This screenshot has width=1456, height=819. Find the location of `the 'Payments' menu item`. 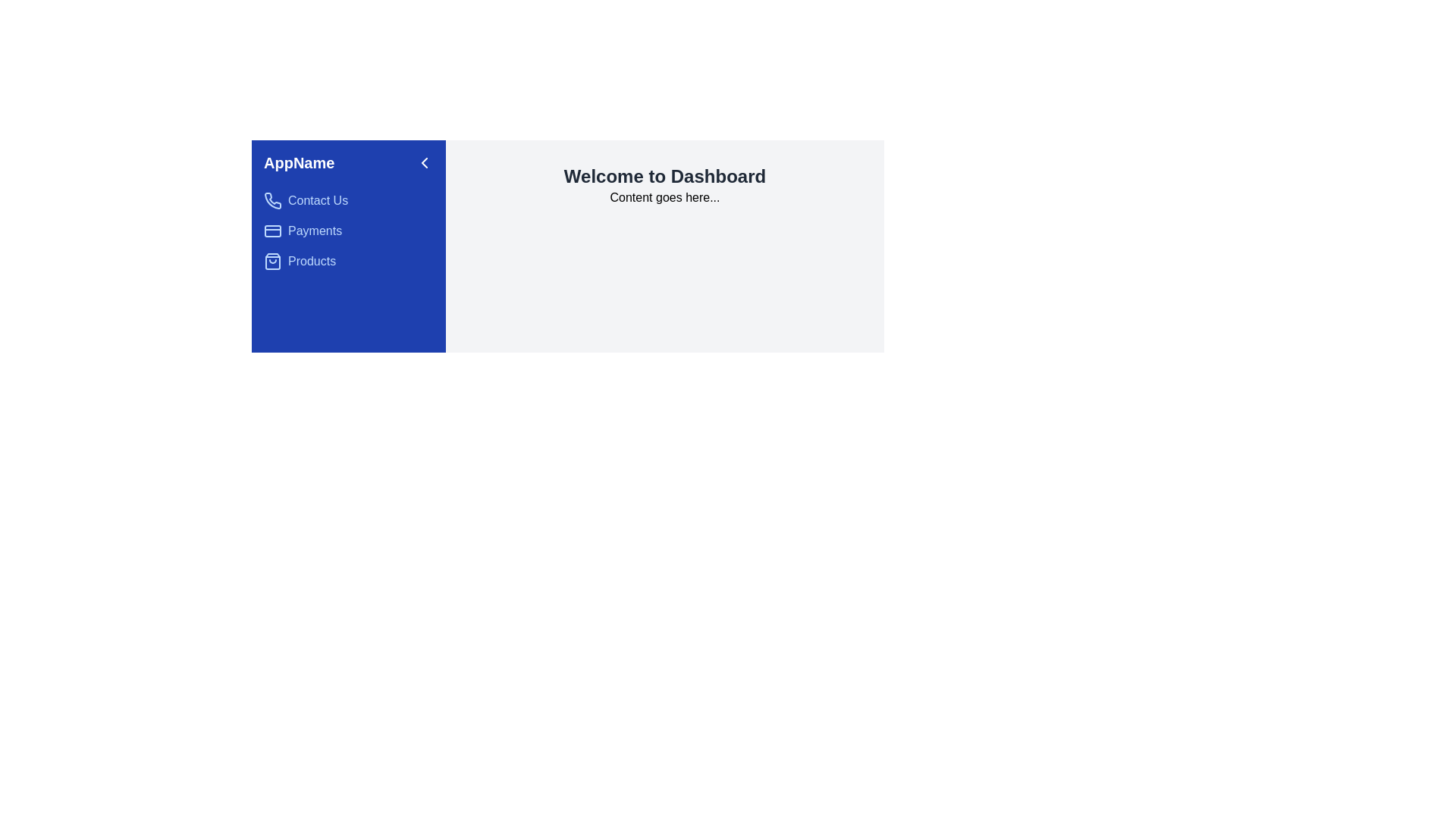

the 'Payments' menu item is located at coordinates (348, 231).